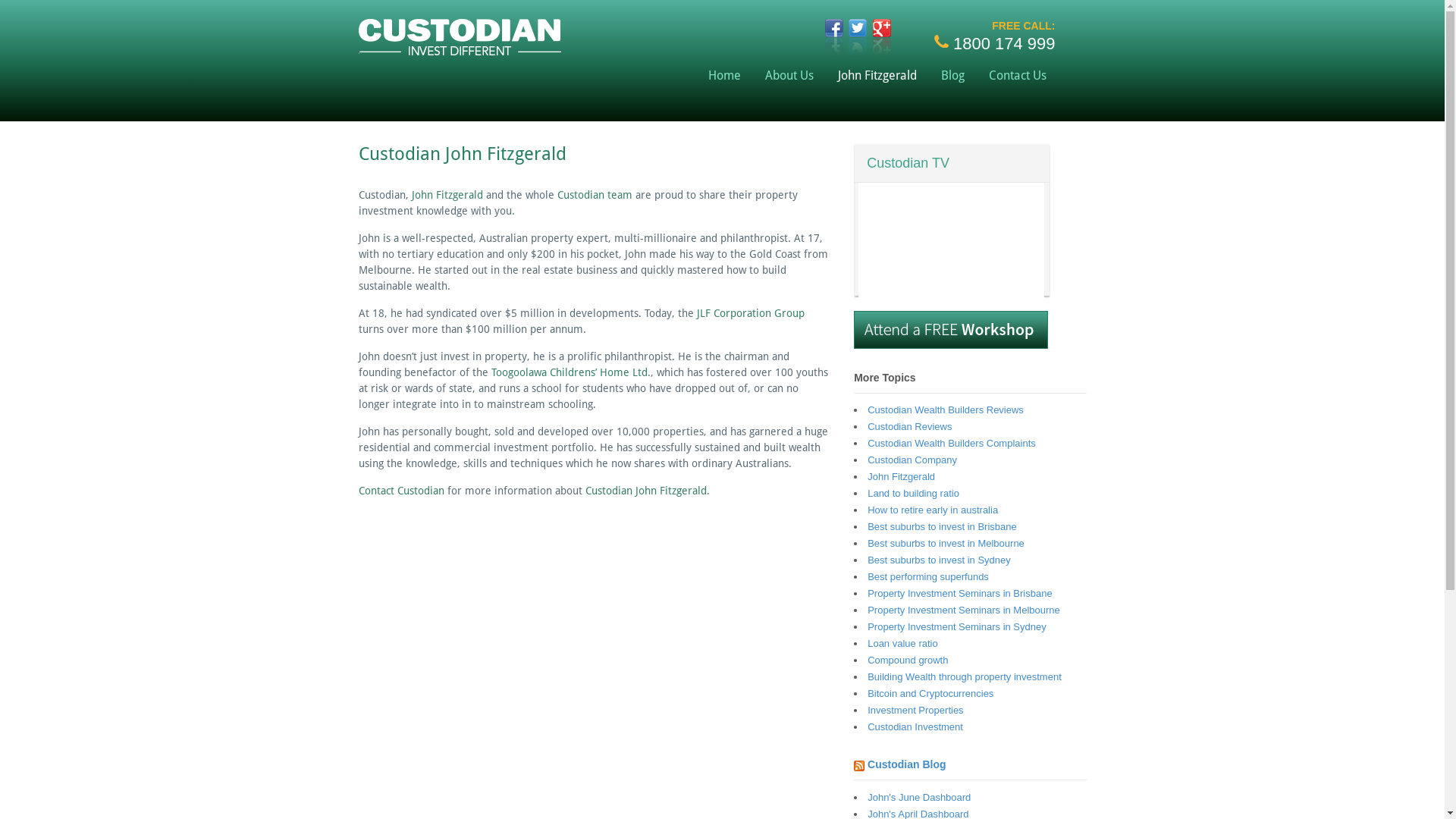 Image resolution: width=1456 pixels, height=819 pixels. Describe the element at coordinates (867, 560) in the screenshot. I see `'Best suburbs to invest in Sydney'` at that location.